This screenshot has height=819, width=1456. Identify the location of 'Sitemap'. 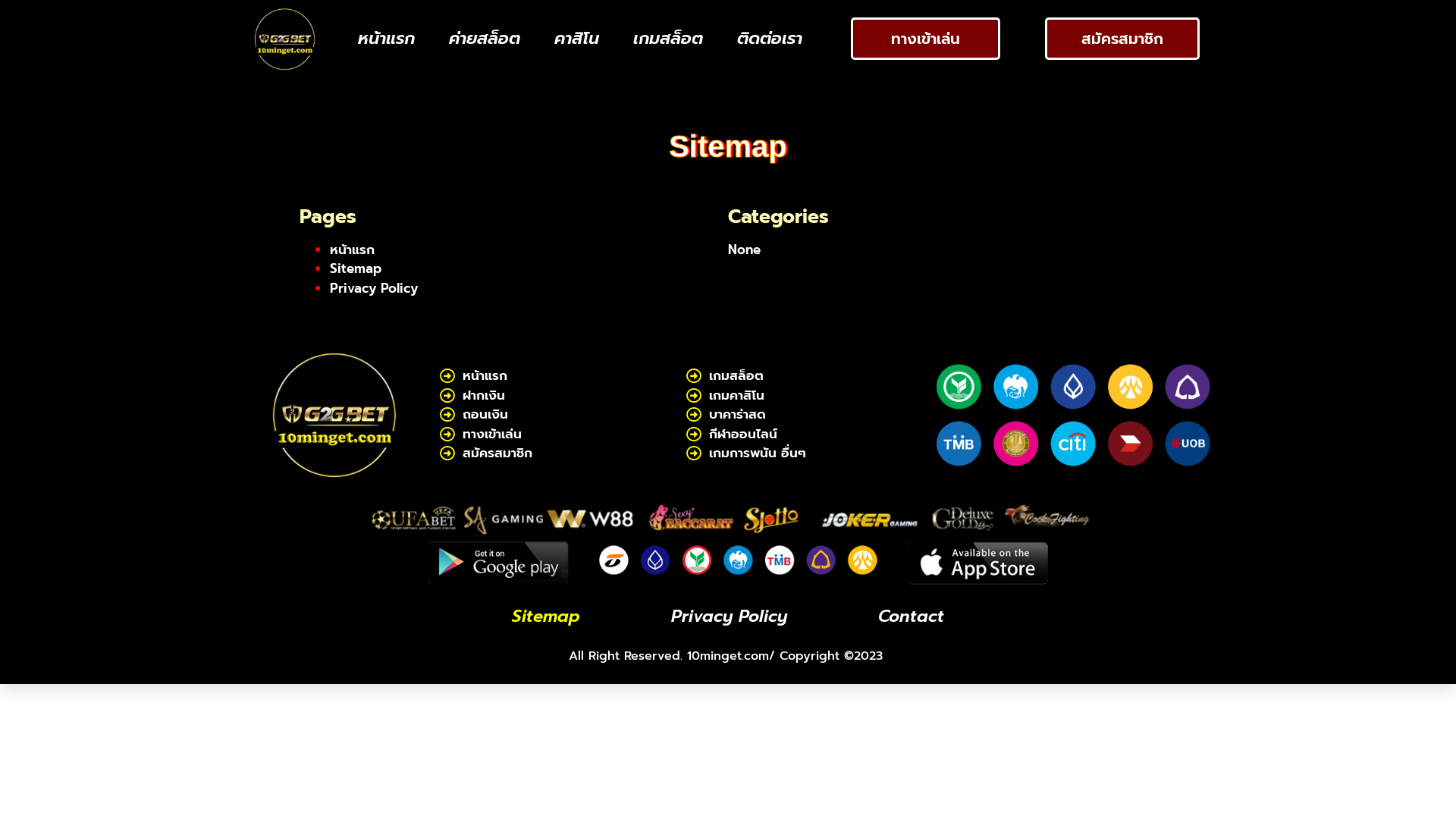
(355, 268).